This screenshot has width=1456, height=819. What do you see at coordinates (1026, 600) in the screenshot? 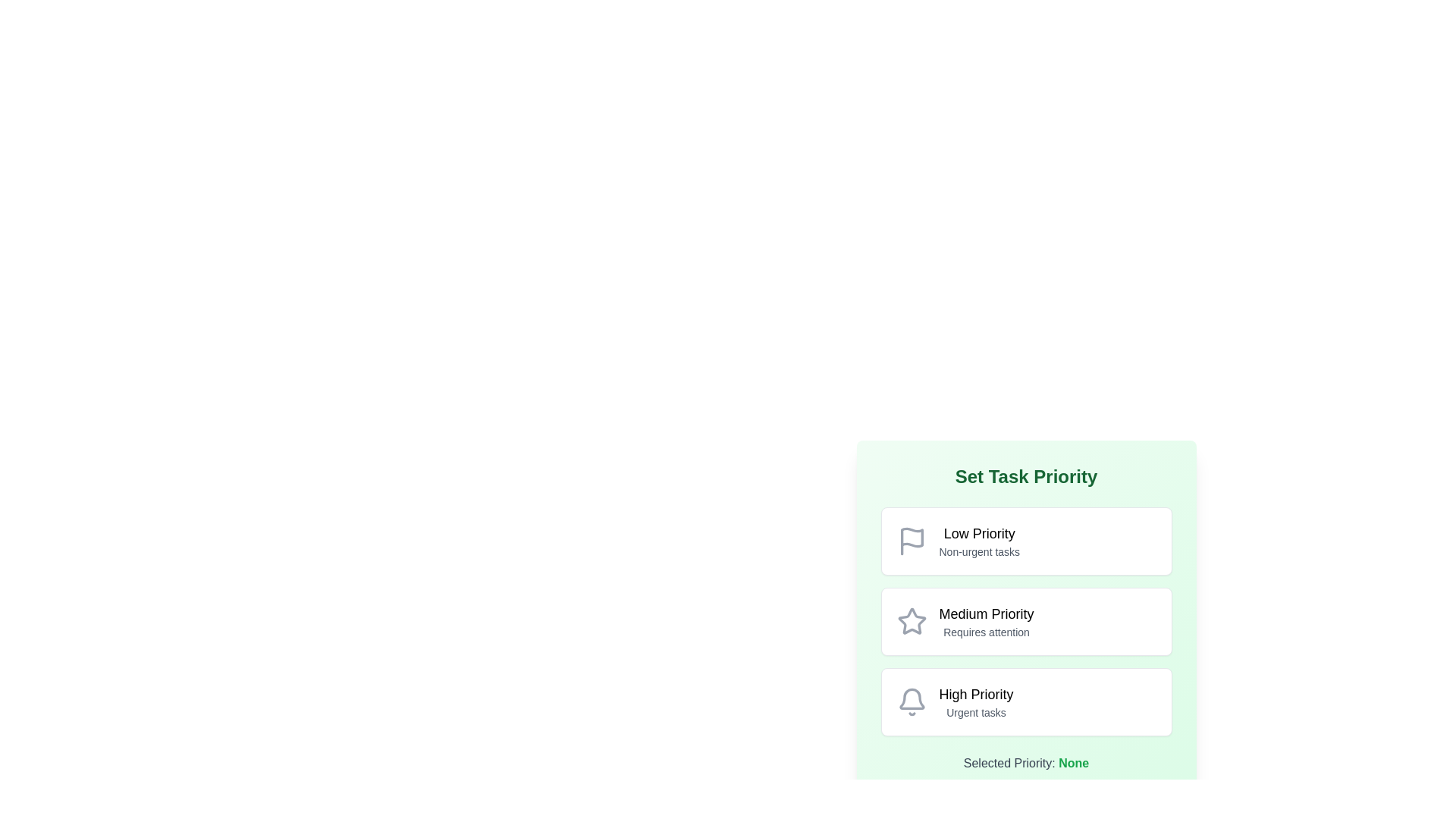
I see `the medium priority task selectable list item` at bounding box center [1026, 600].